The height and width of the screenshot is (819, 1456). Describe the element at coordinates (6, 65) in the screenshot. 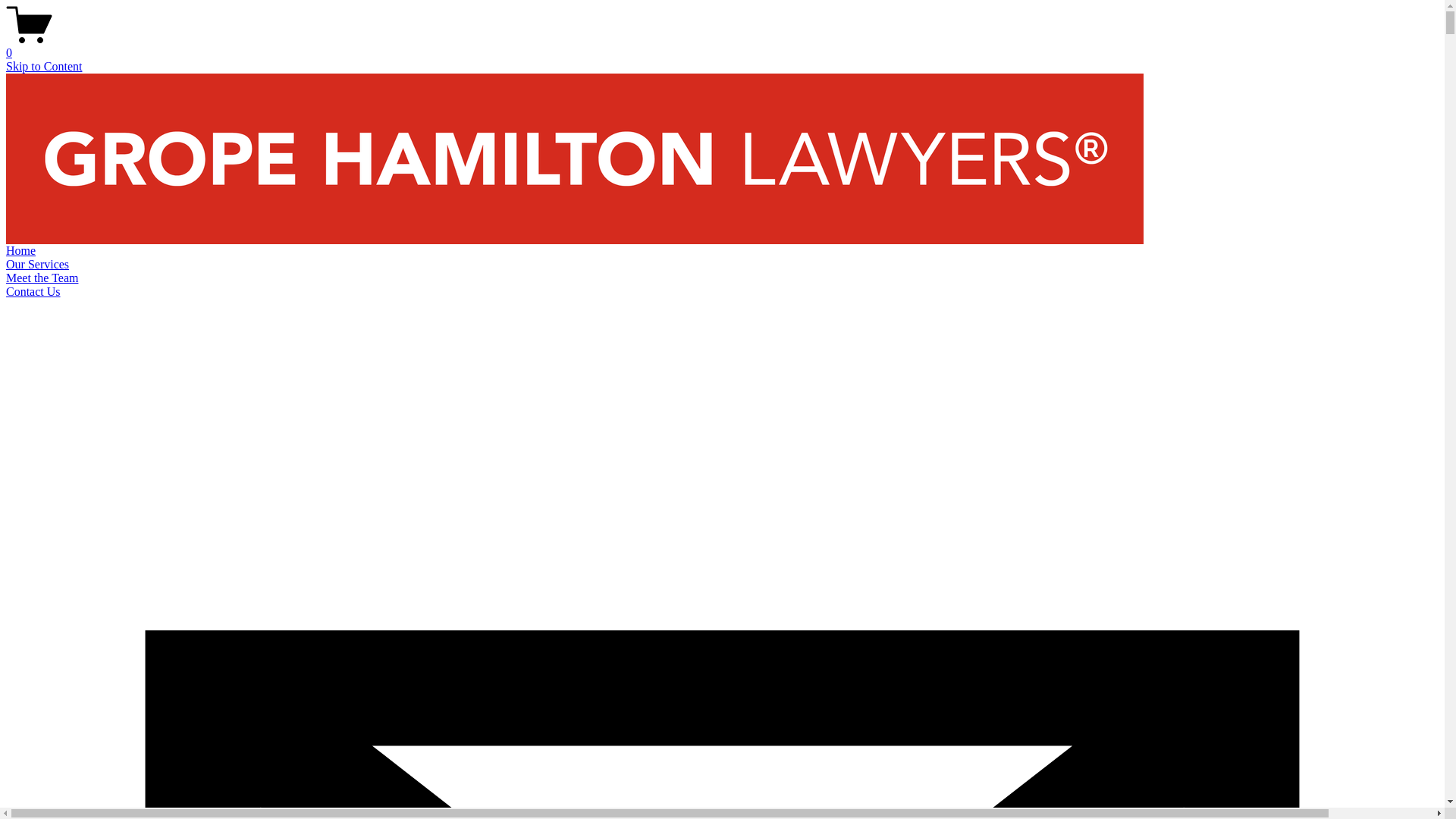

I see `'Skip to Content'` at that location.